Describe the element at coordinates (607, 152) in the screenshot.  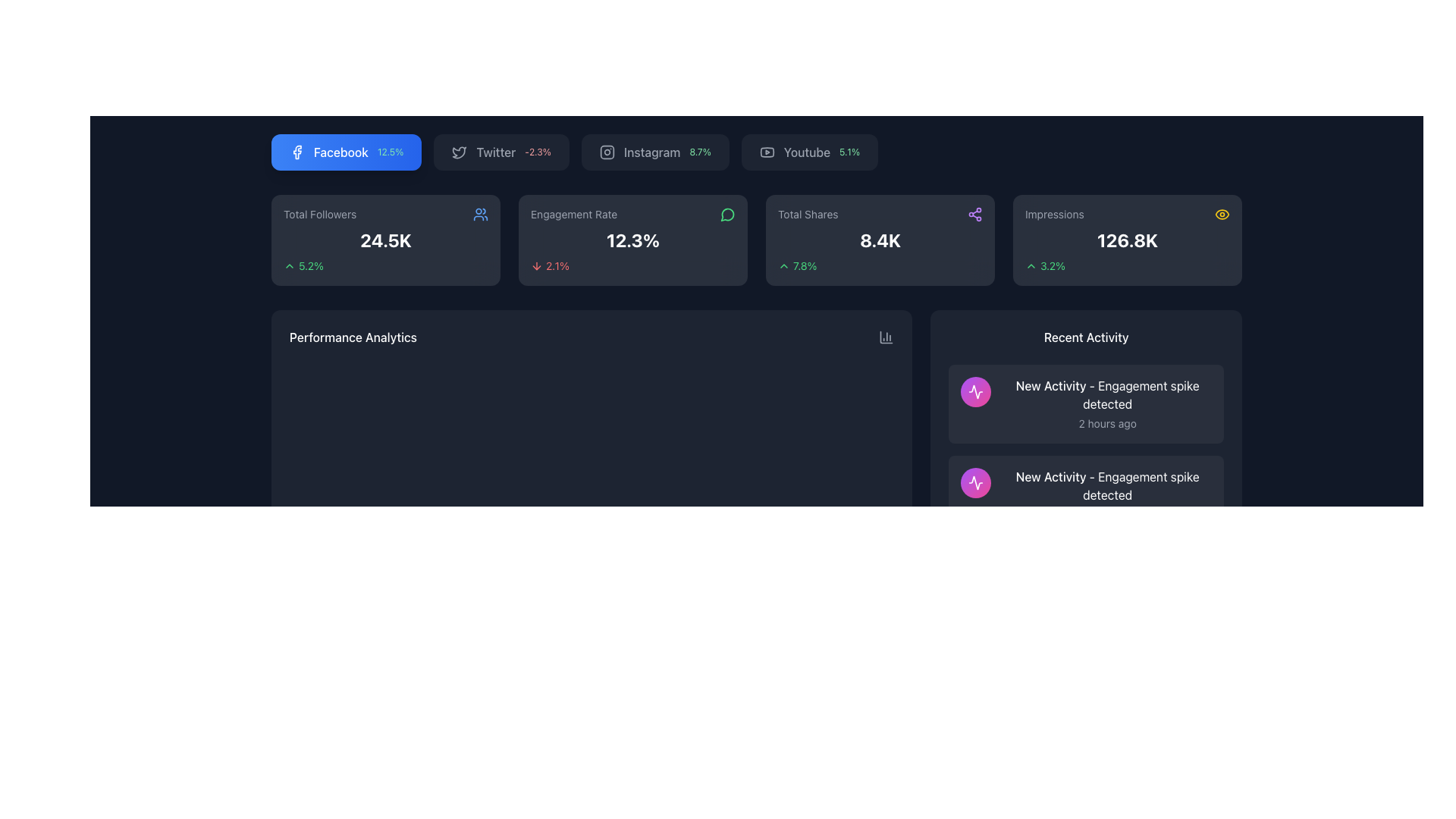
I see `the Instagram icon located as the third button from the left in the menu bar, which is situated between the Twitter and YouTube buttons` at that location.